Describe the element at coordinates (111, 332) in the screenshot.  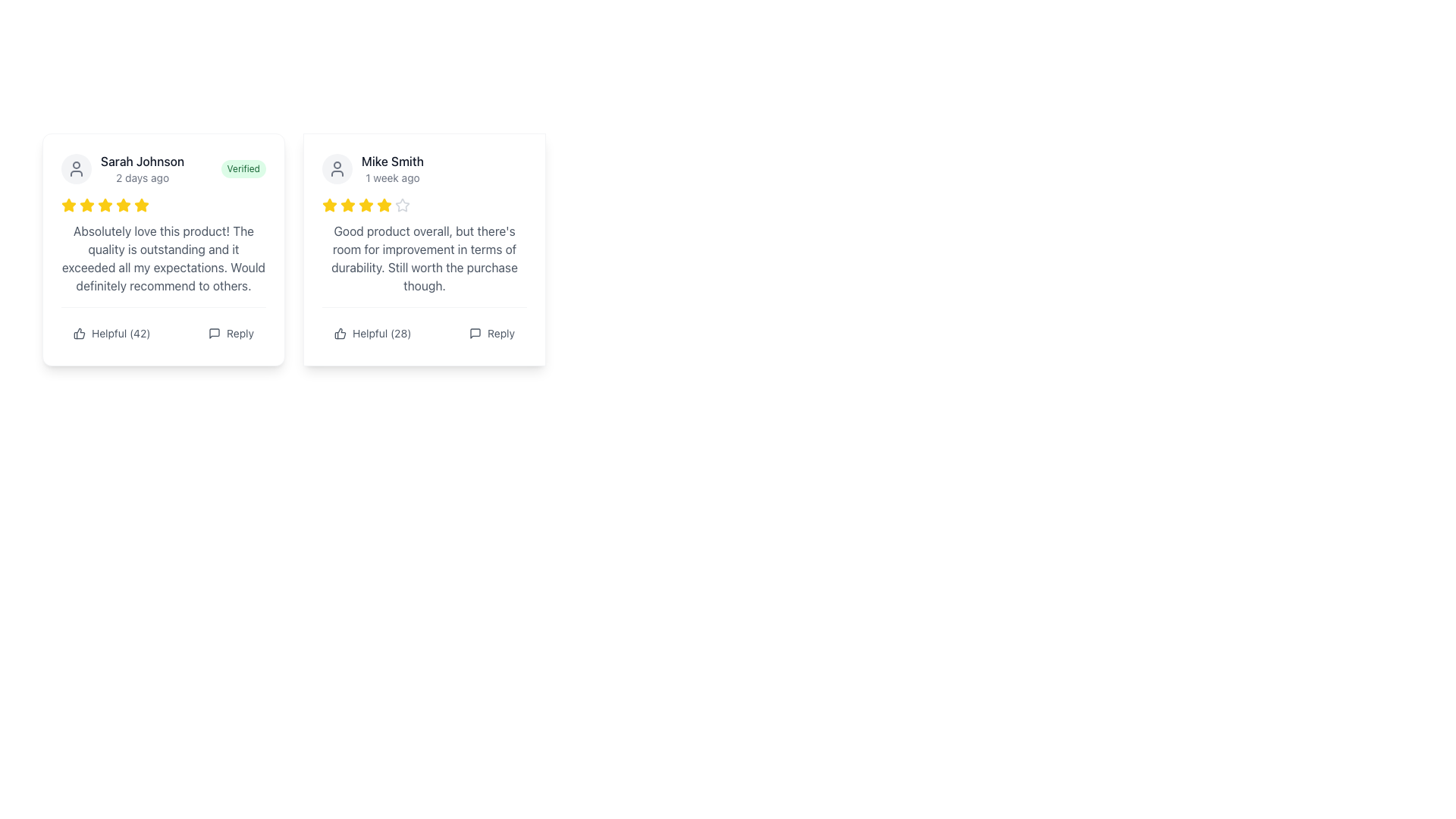
I see `the 'Helpful (42)' button with a thumb-up icon, which is located directly left of the 'Reply' button under the review of 'Sarah Johnson', to observe its hover effects` at that location.